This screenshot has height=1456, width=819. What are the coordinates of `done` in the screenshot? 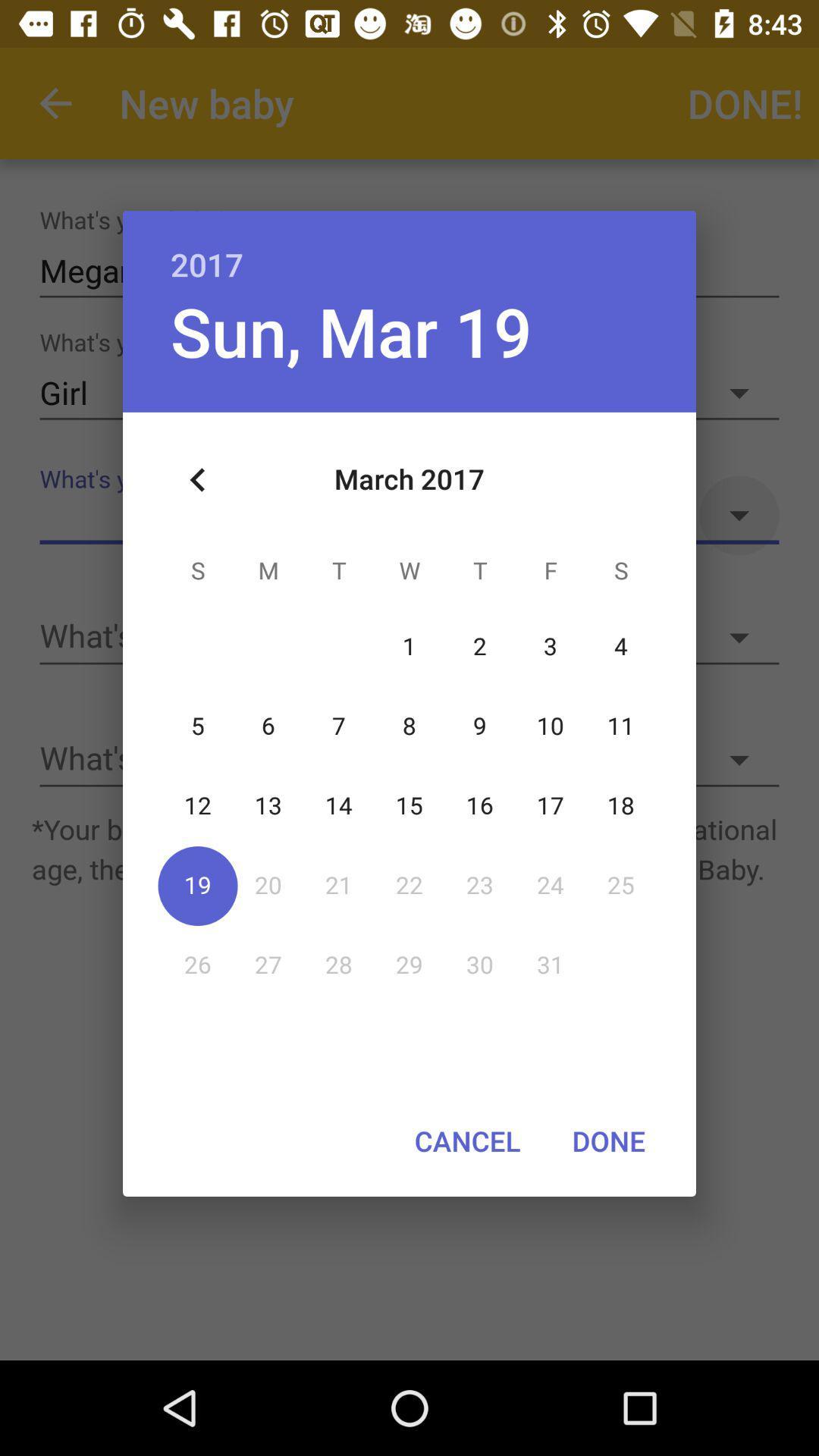 It's located at (607, 1141).